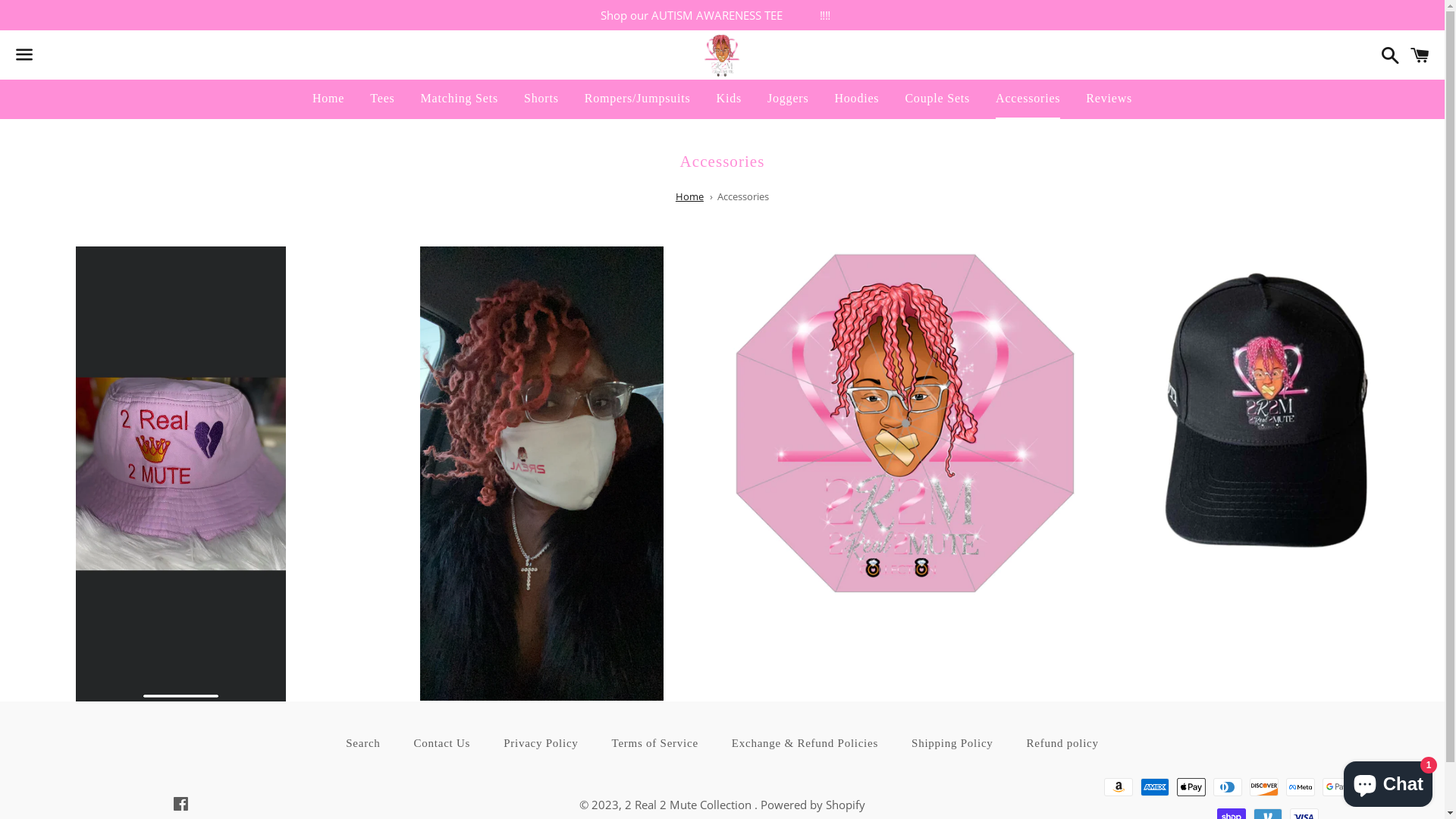 The width and height of the screenshot is (1456, 819). I want to click on 'Shopify online store chat', so click(1388, 780).